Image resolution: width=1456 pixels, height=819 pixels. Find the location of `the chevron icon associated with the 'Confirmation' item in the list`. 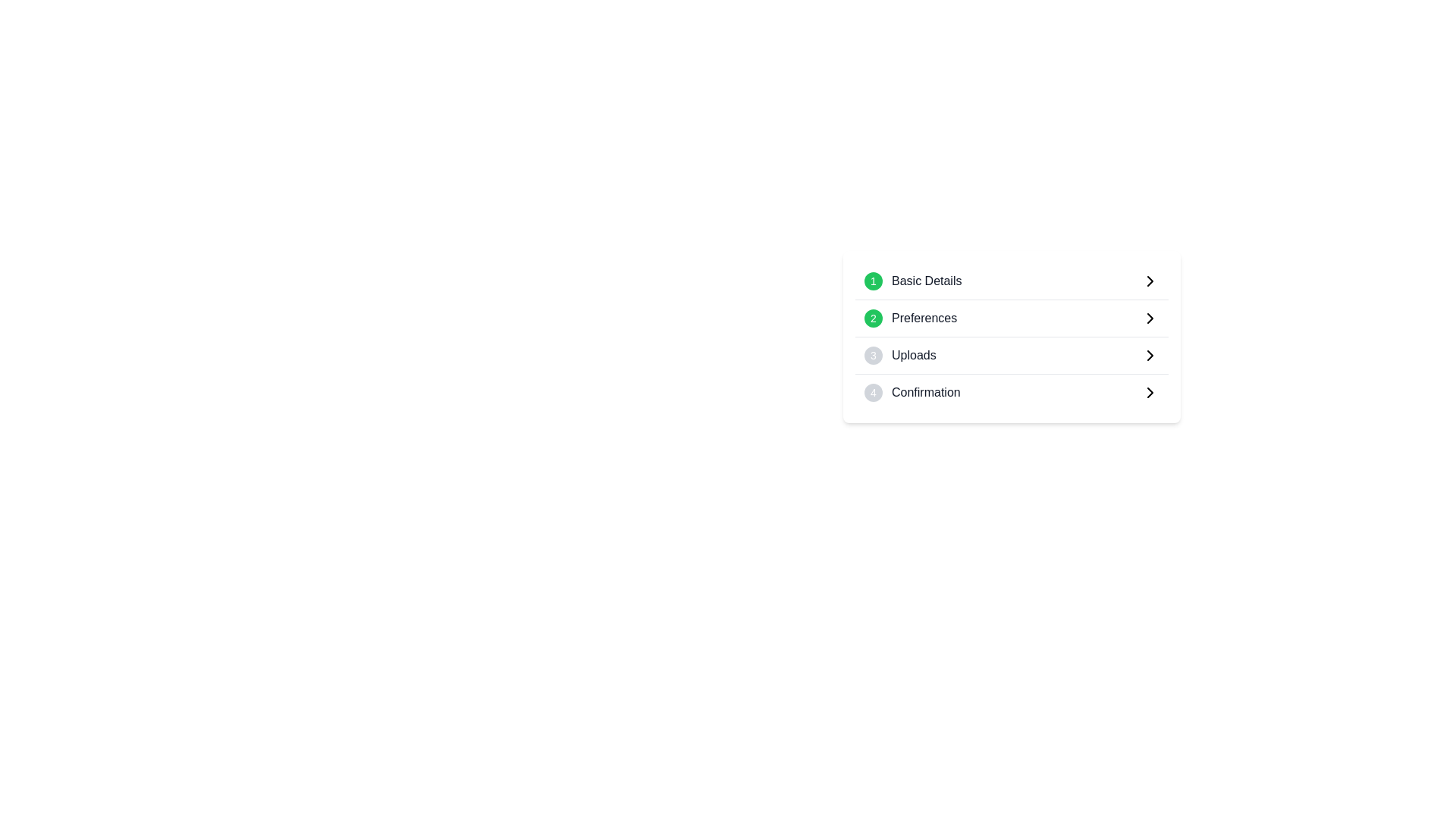

the chevron icon associated with the 'Confirmation' item in the list is located at coordinates (1150, 391).